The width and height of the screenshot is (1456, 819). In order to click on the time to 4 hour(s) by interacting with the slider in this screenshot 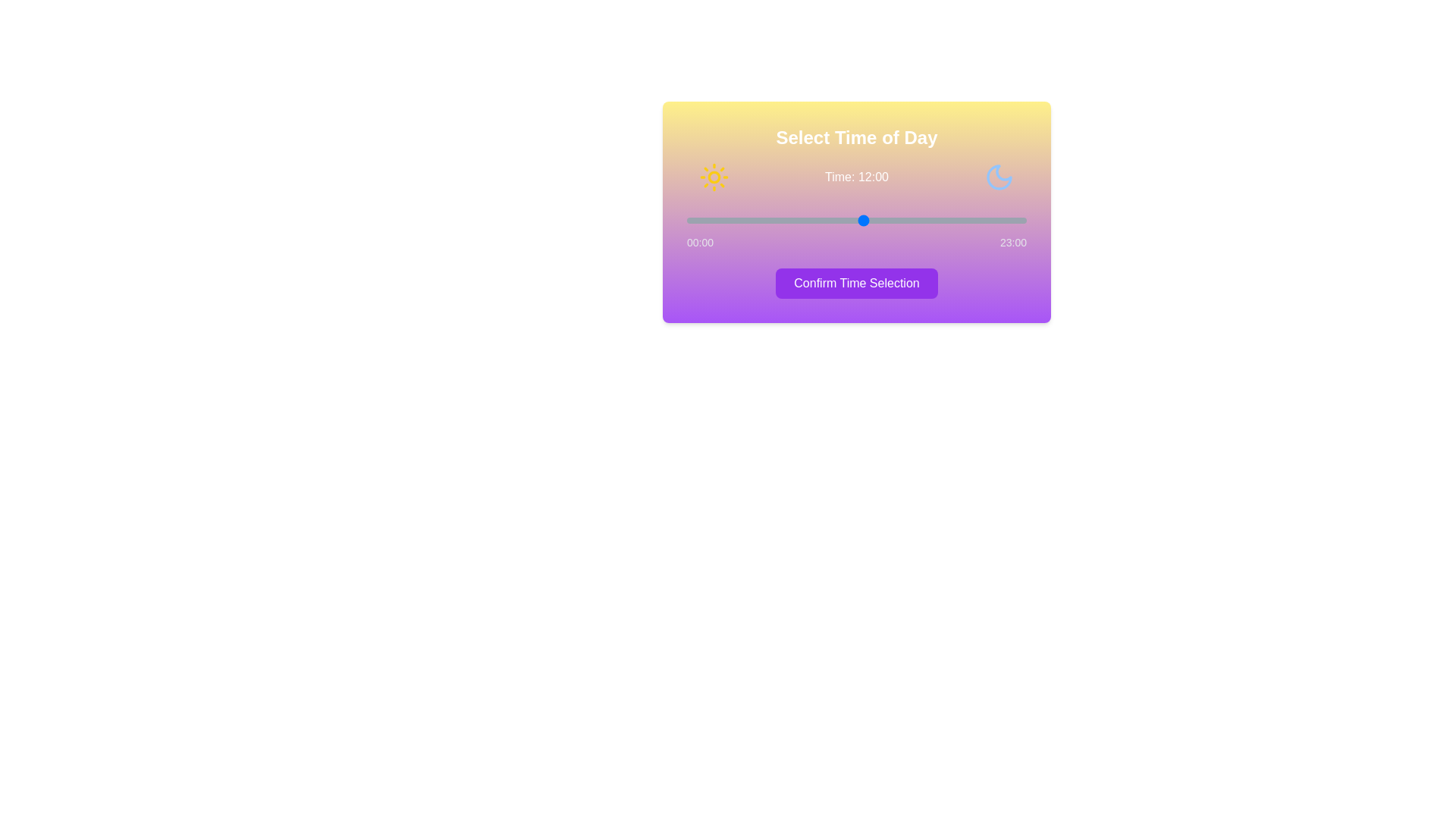, I will do `click(745, 220)`.